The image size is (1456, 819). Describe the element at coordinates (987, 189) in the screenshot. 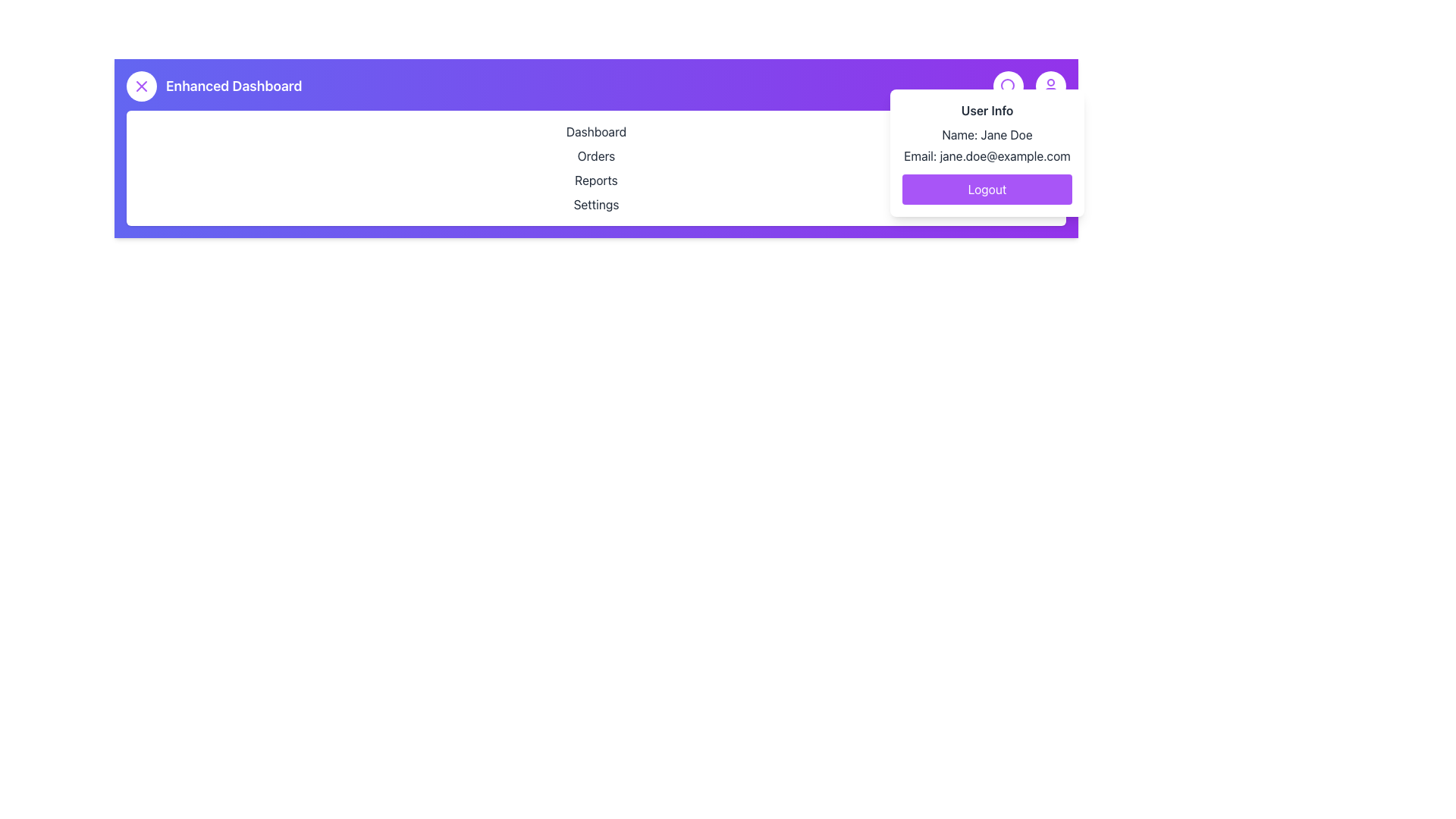

I see `the 'Logout' button, which is a rectangular button with rounded corners, a purple background, and white text, located at the bottom of the 'User Info' card` at that location.